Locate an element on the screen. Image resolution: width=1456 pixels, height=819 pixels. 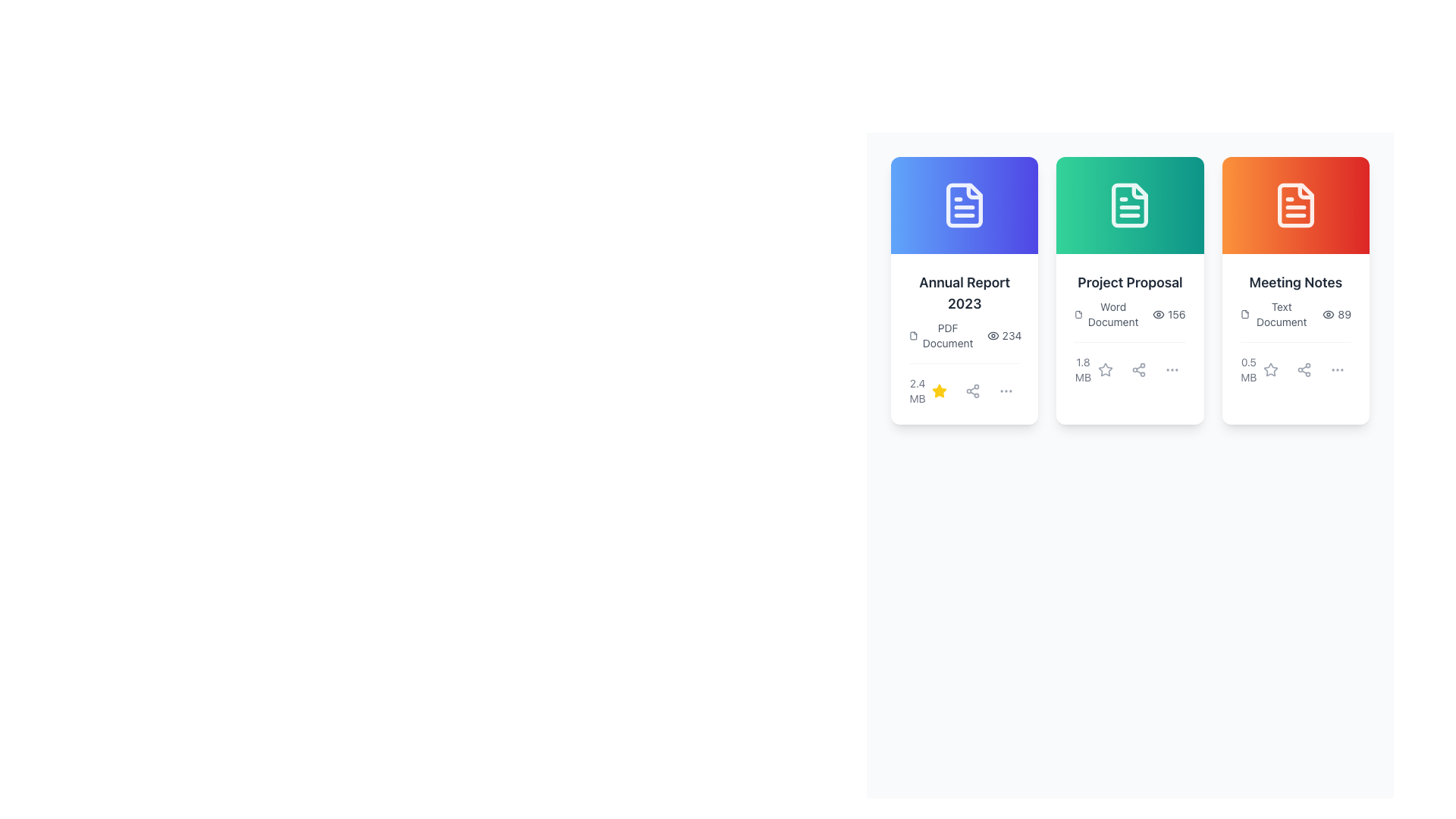
the five-pointed star icon with a gray fill located in the 'Project Proposal' document tile is located at coordinates (1105, 370).